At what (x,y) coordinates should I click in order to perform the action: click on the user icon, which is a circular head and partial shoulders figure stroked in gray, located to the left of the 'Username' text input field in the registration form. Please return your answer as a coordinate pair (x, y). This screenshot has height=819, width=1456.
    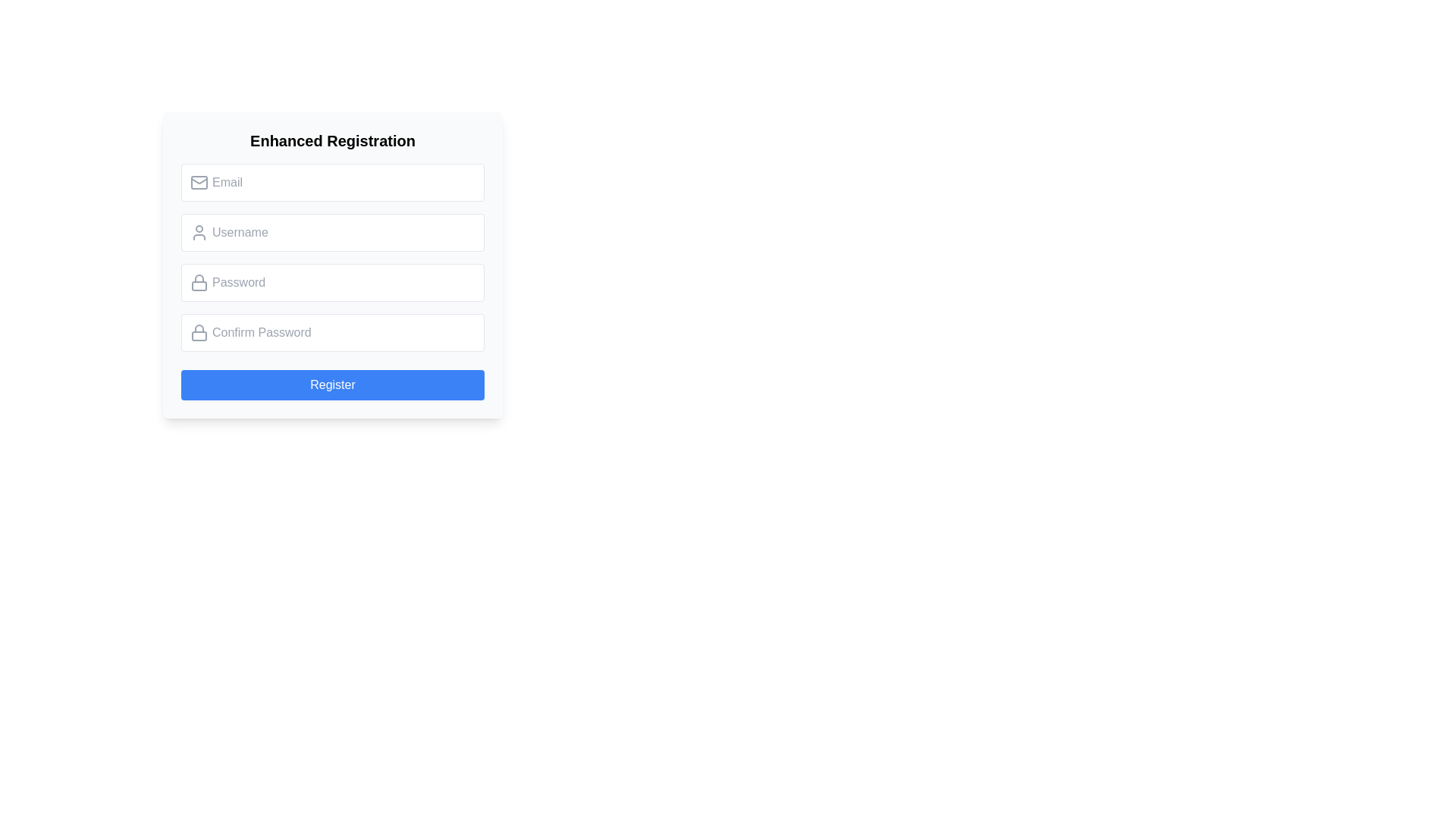
    Looking at the image, I should click on (199, 233).